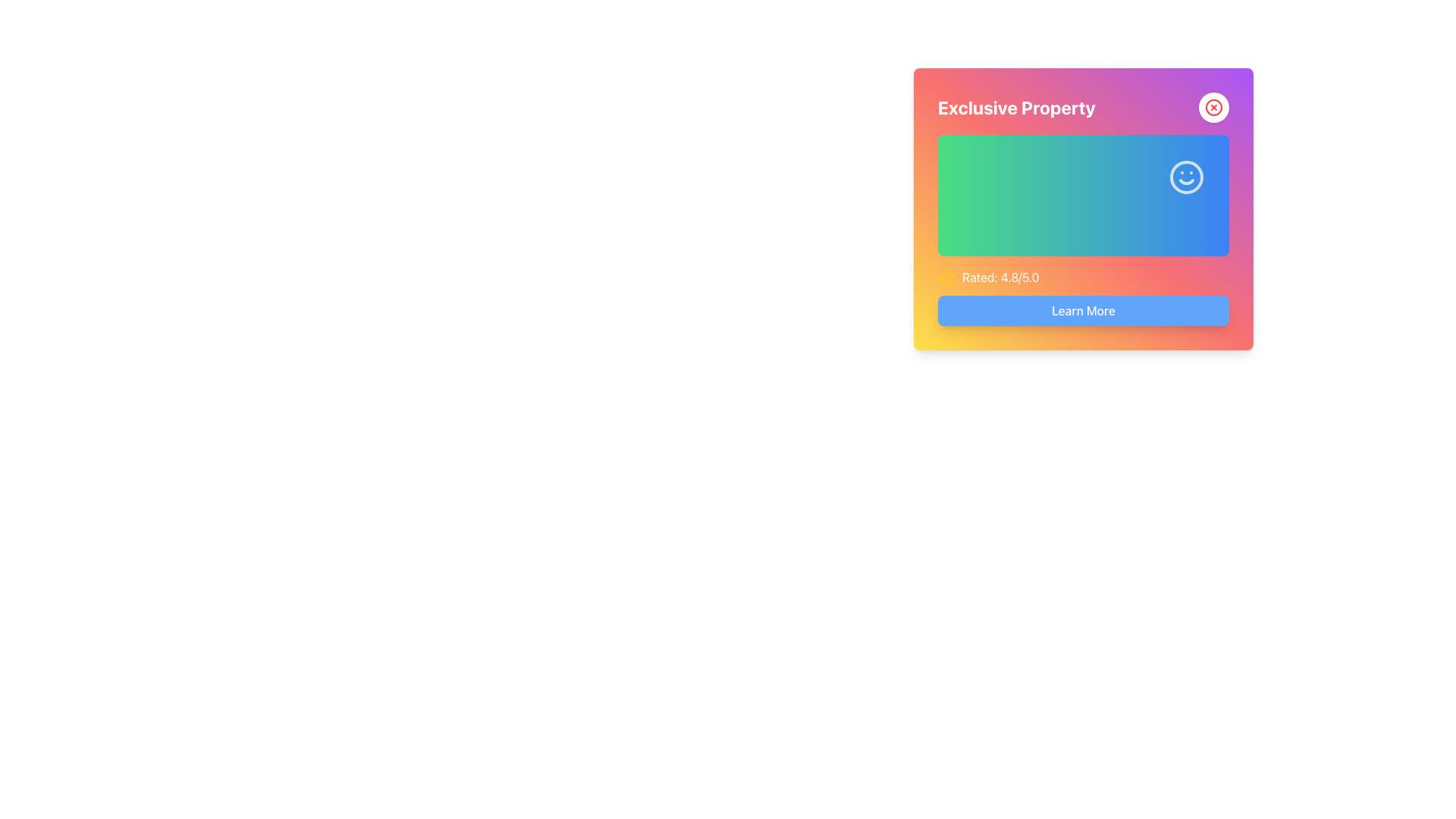 Image resolution: width=1456 pixels, height=819 pixels. I want to click on the star icon located in the lower-left corner of the section labeled 'Rated: 4.8/5.0', so click(946, 278).